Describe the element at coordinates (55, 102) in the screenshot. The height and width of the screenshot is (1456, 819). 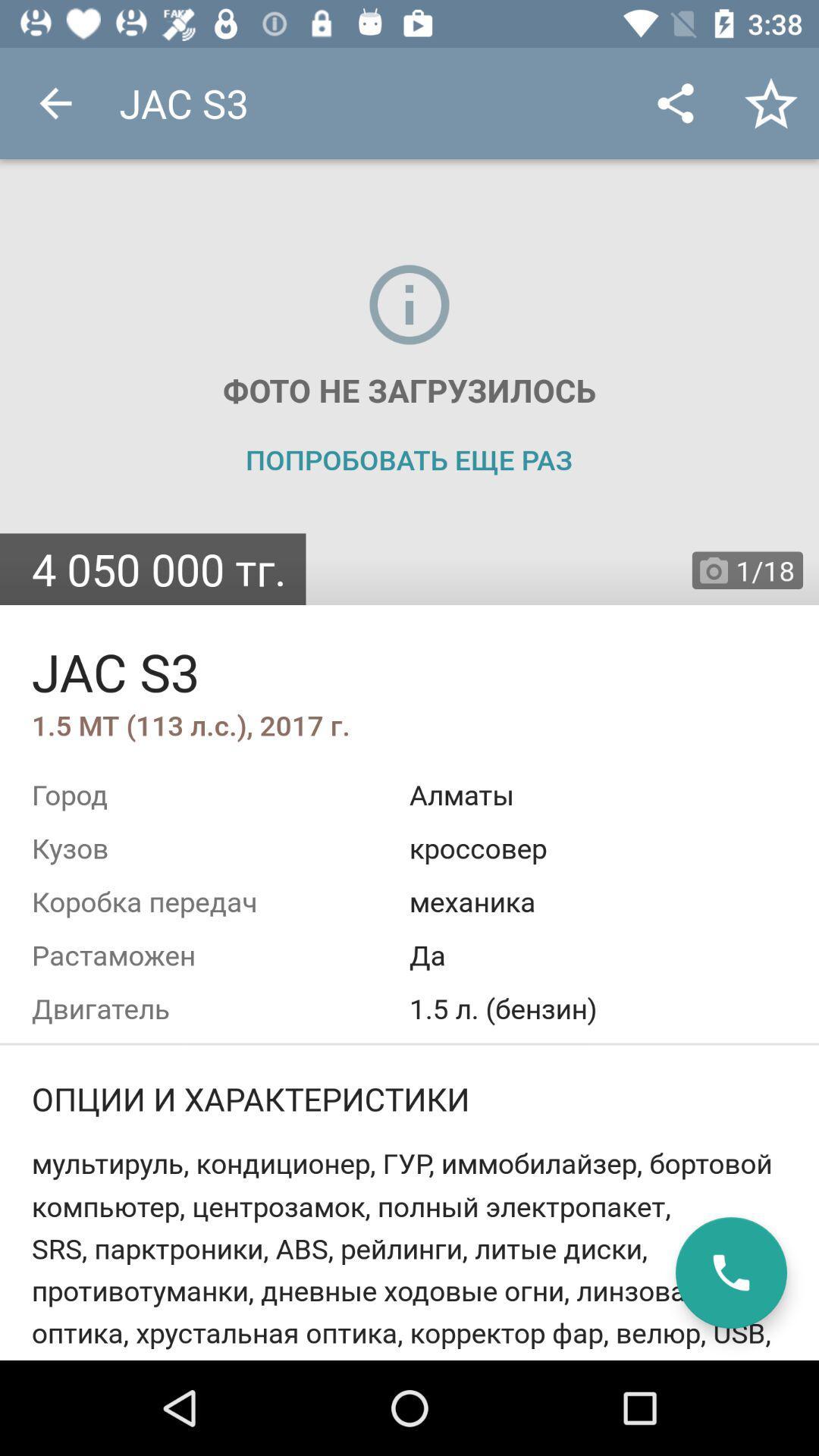
I see `the item next to jac s3 app` at that location.